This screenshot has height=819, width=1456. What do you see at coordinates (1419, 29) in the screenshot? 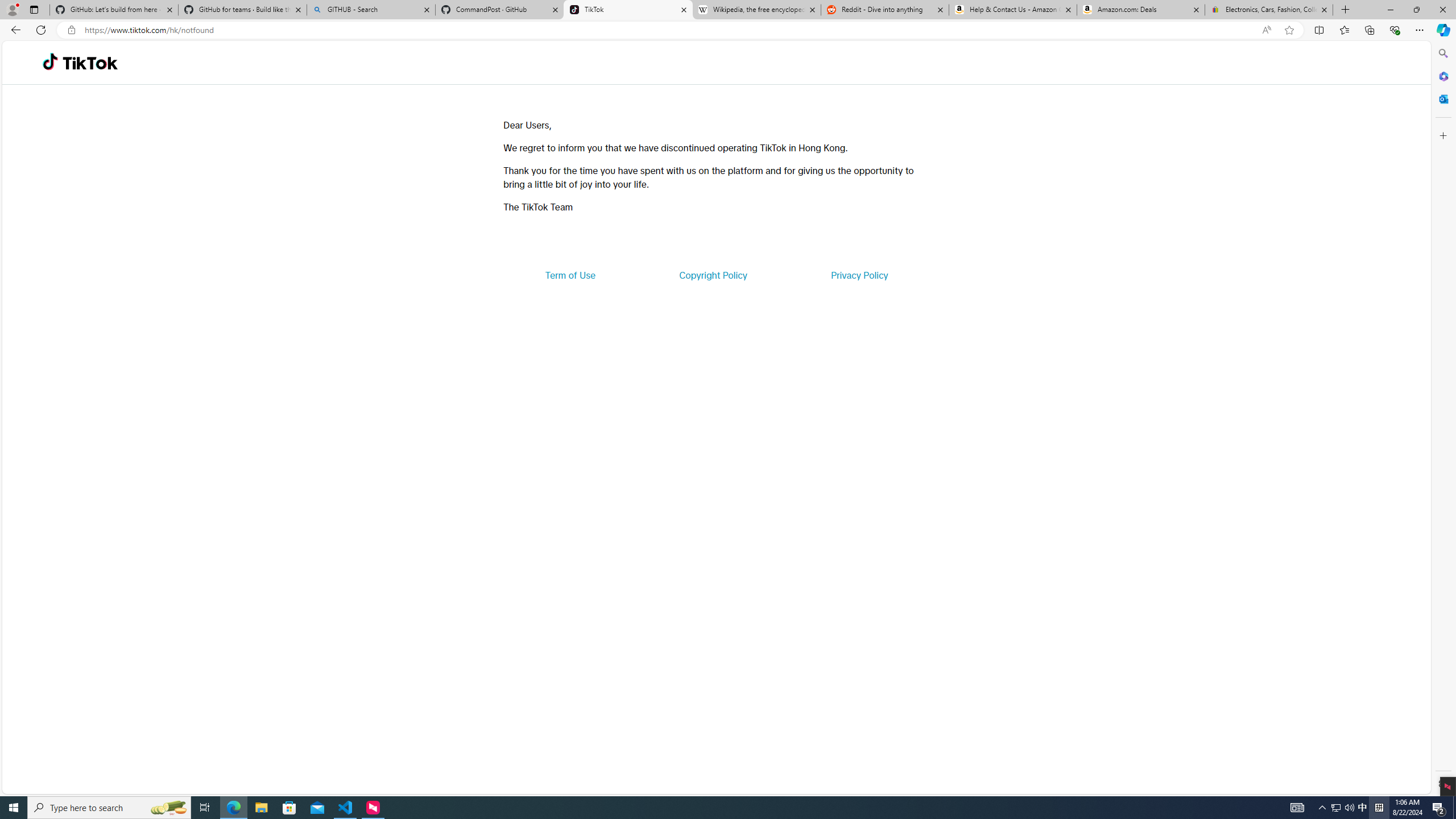
I see `'Settings and more (Alt+F)'` at bounding box center [1419, 29].